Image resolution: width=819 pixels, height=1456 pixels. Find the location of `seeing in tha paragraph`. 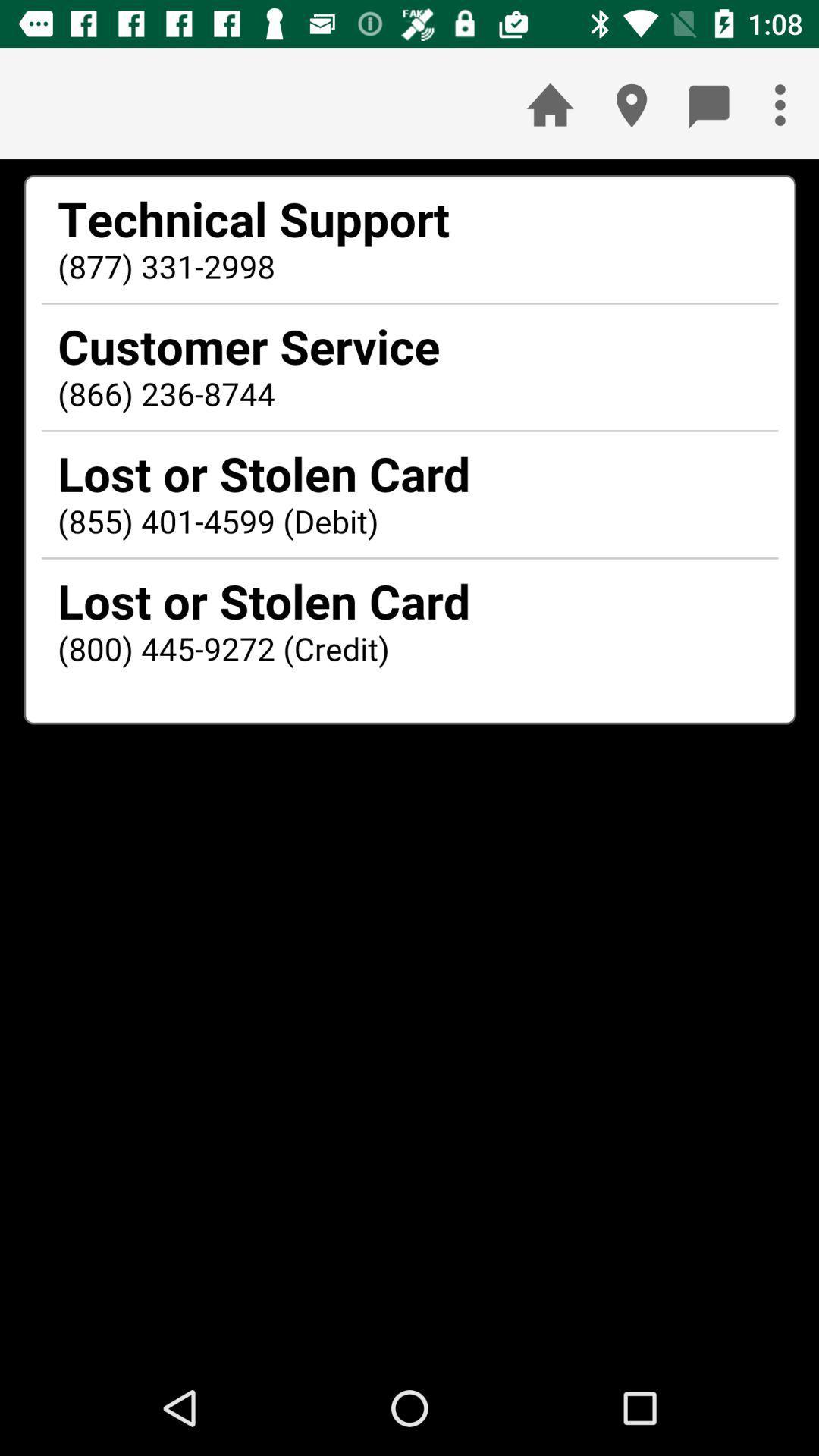

seeing in tha paragraph is located at coordinates (409, 760).